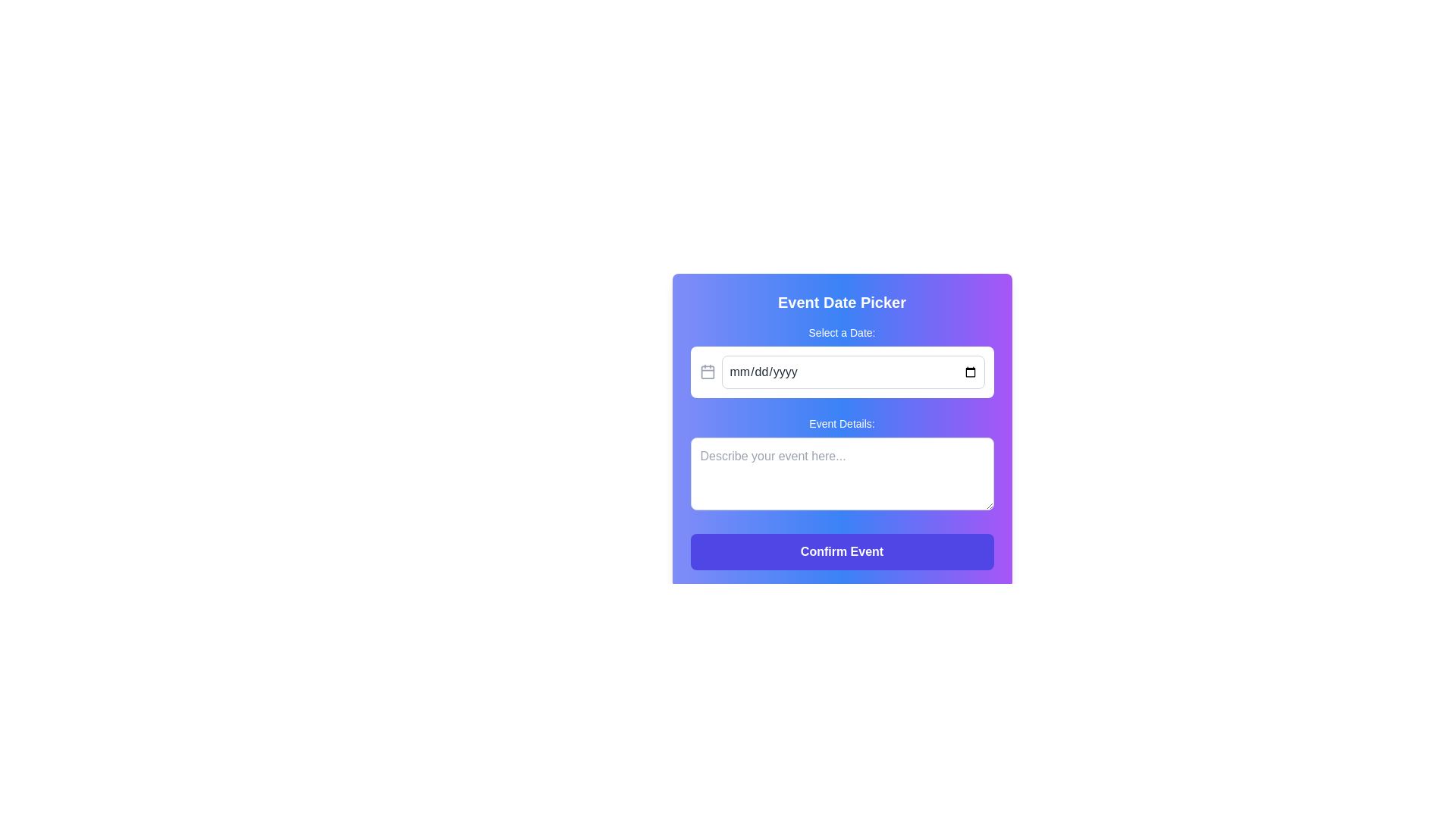 The width and height of the screenshot is (1456, 819). What do you see at coordinates (707, 372) in the screenshot?
I see `the date-picker icon located before the 'mm/dd/yyyy' input field` at bounding box center [707, 372].